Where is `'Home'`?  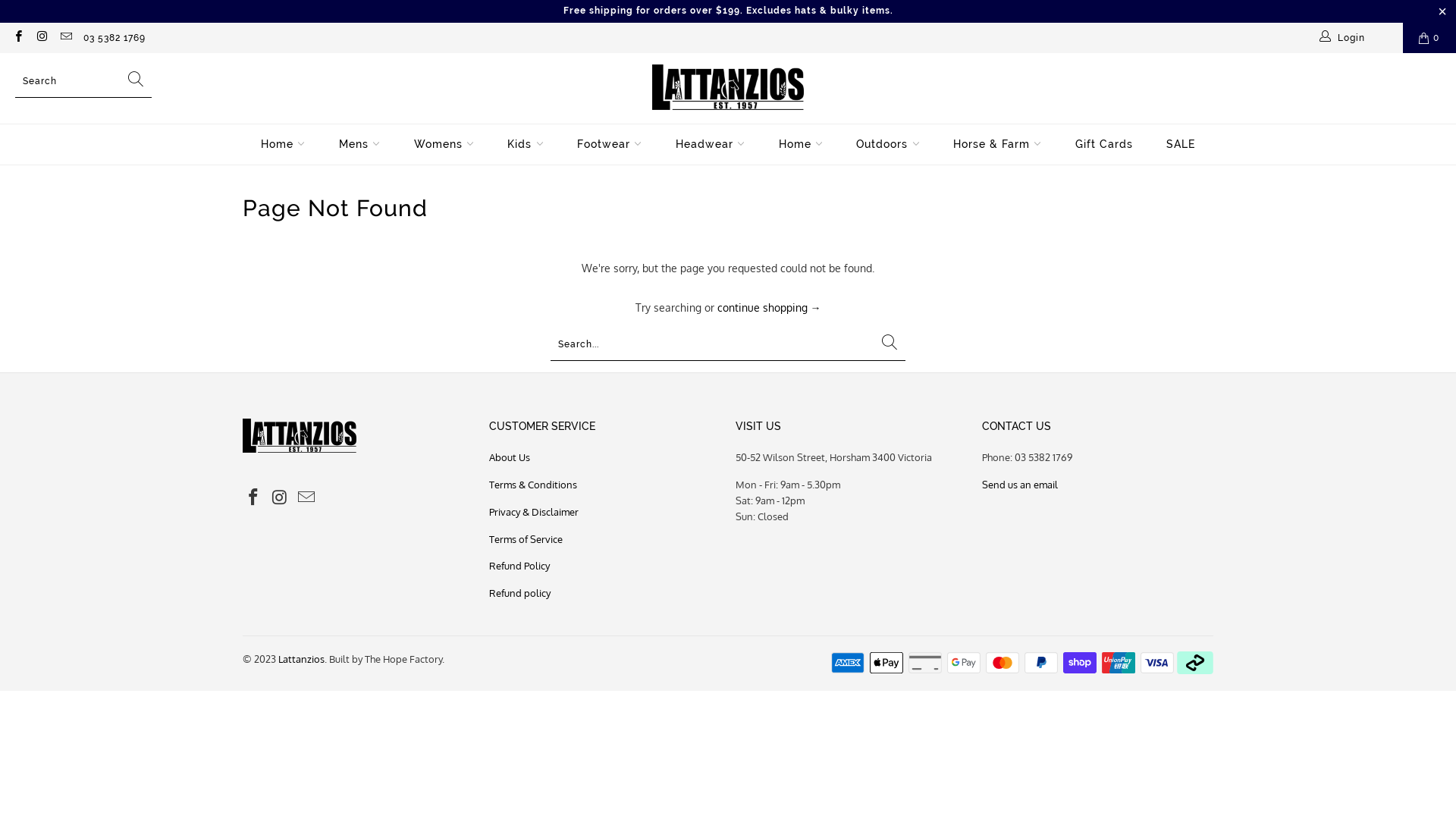 'Home' is located at coordinates (800, 144).